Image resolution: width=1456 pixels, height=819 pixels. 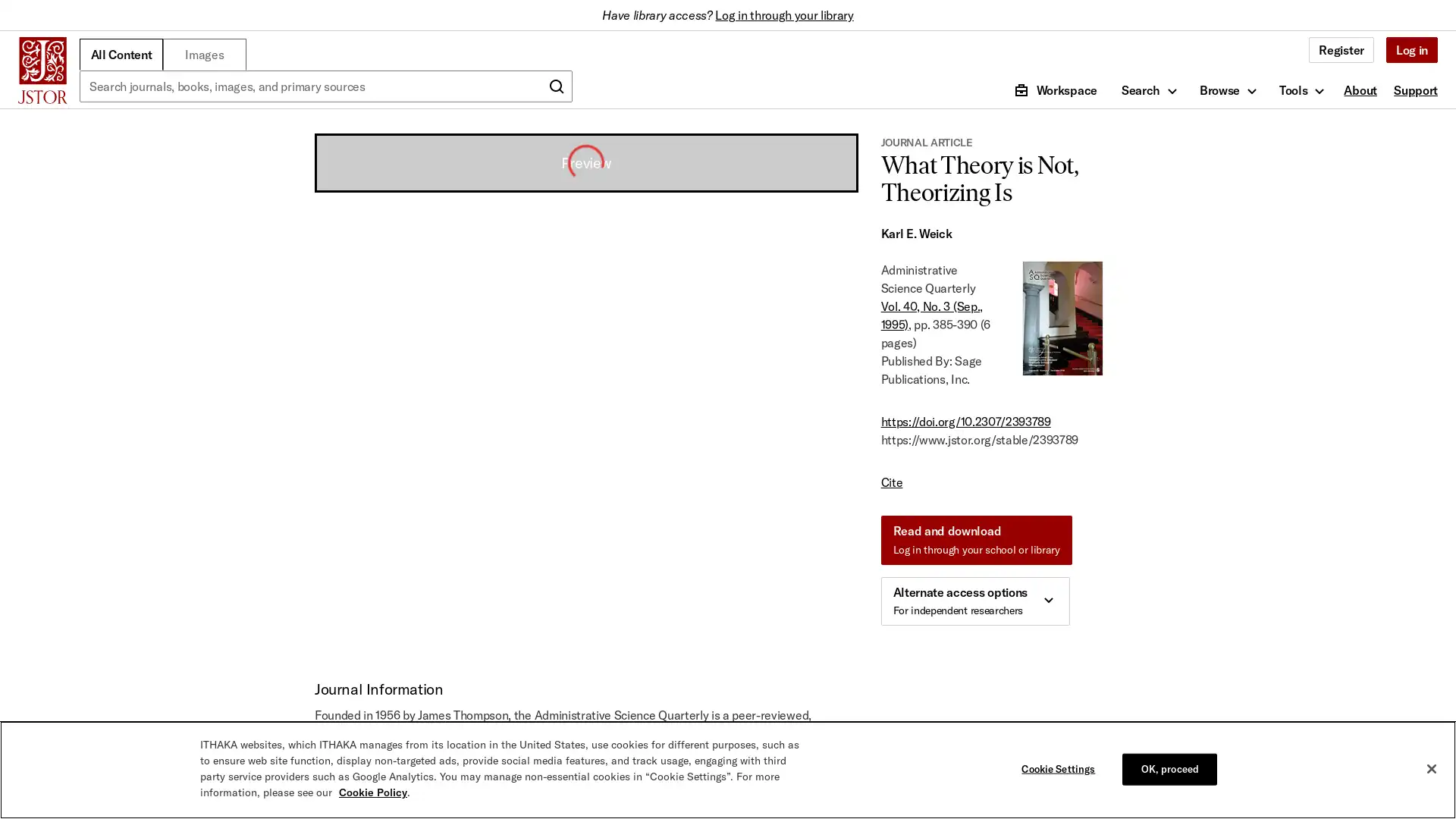 What do you see at coordinates (1341, 49) in the screenshot?
I see `Register` at bounding box center [1341, 49].